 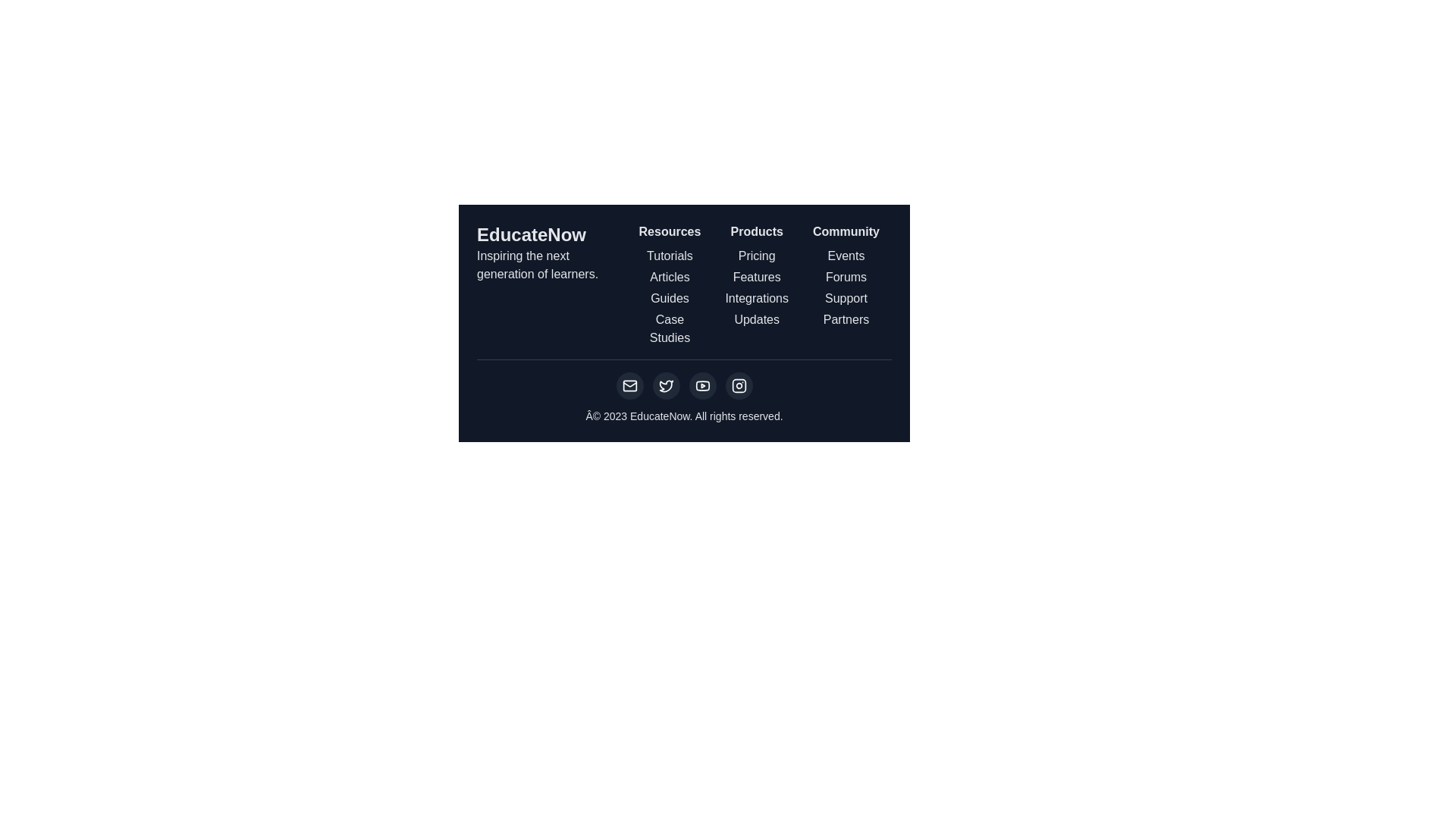 What do you see at coordinates (683, 416) in the screenshot?
I see `the text string displaying '© 2023 EducateNow. All rights reserved.' located at the bottom of the footer section for copying` at bounding box center [683, 416].